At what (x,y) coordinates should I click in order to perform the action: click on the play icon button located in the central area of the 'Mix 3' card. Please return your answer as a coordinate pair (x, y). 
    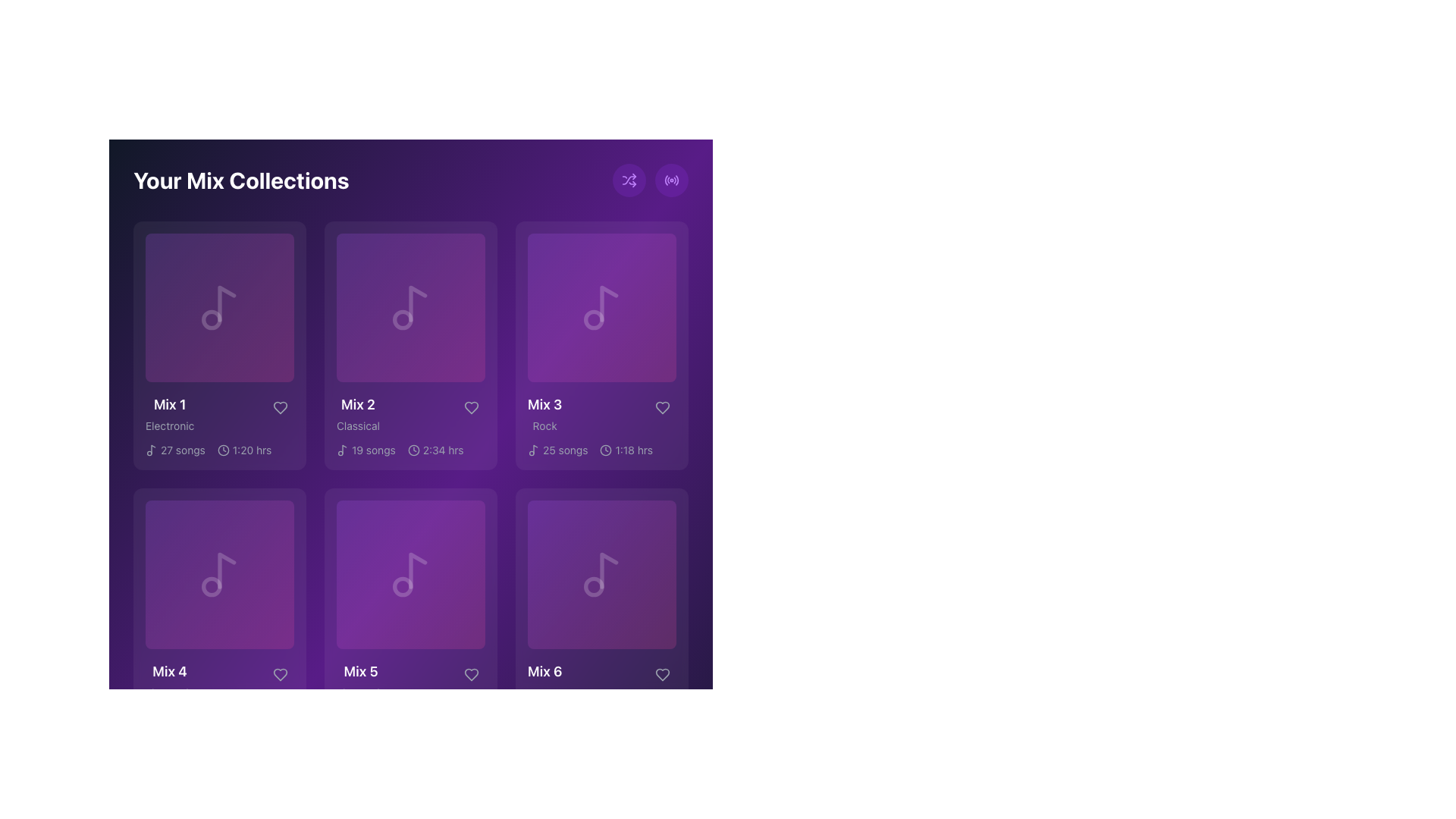
    Looking at the image, I should click on (601, 307).